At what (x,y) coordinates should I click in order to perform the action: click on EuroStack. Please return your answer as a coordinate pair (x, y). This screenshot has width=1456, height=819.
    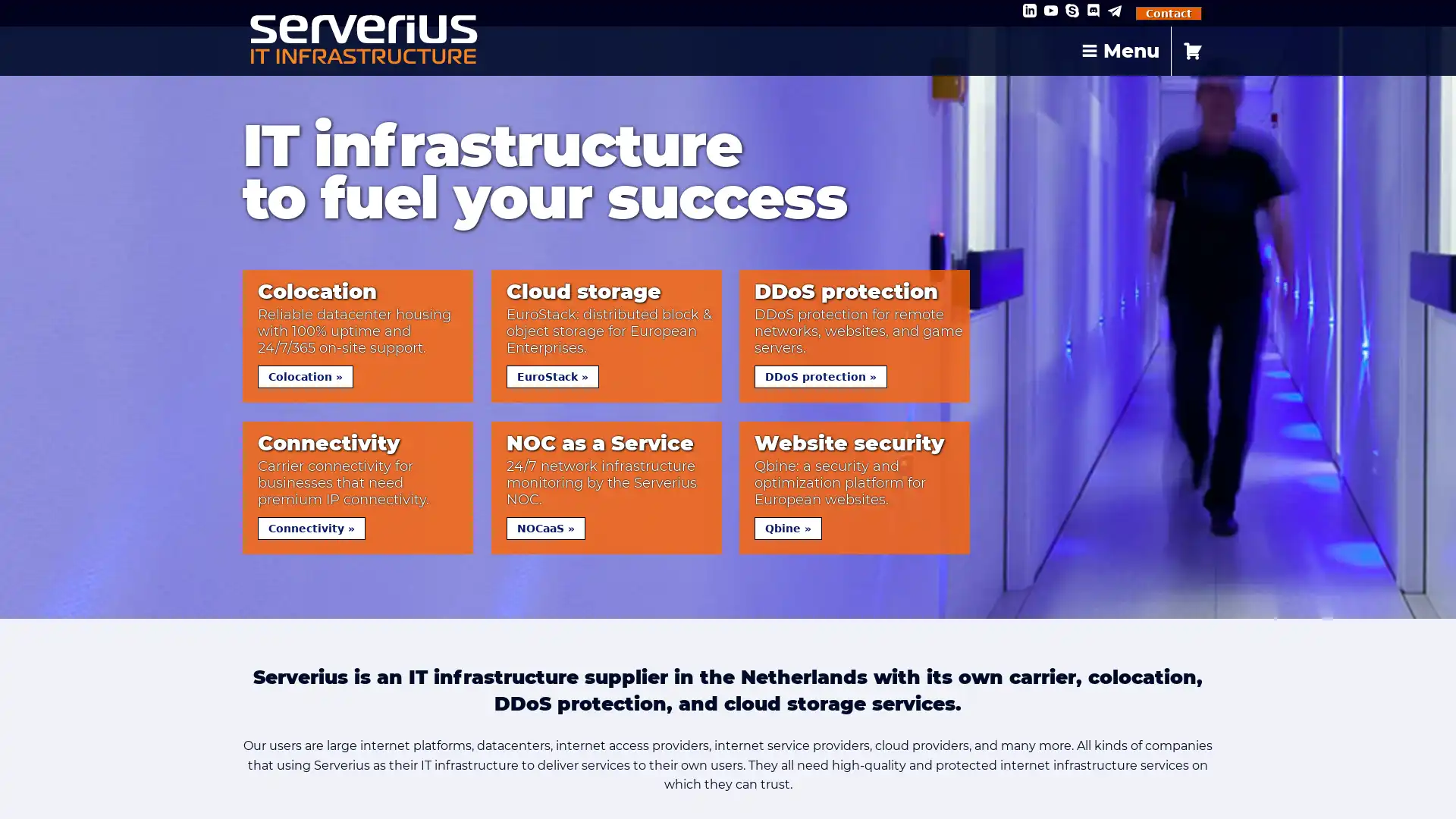
    Looking at the image, I should click on (551, 375).